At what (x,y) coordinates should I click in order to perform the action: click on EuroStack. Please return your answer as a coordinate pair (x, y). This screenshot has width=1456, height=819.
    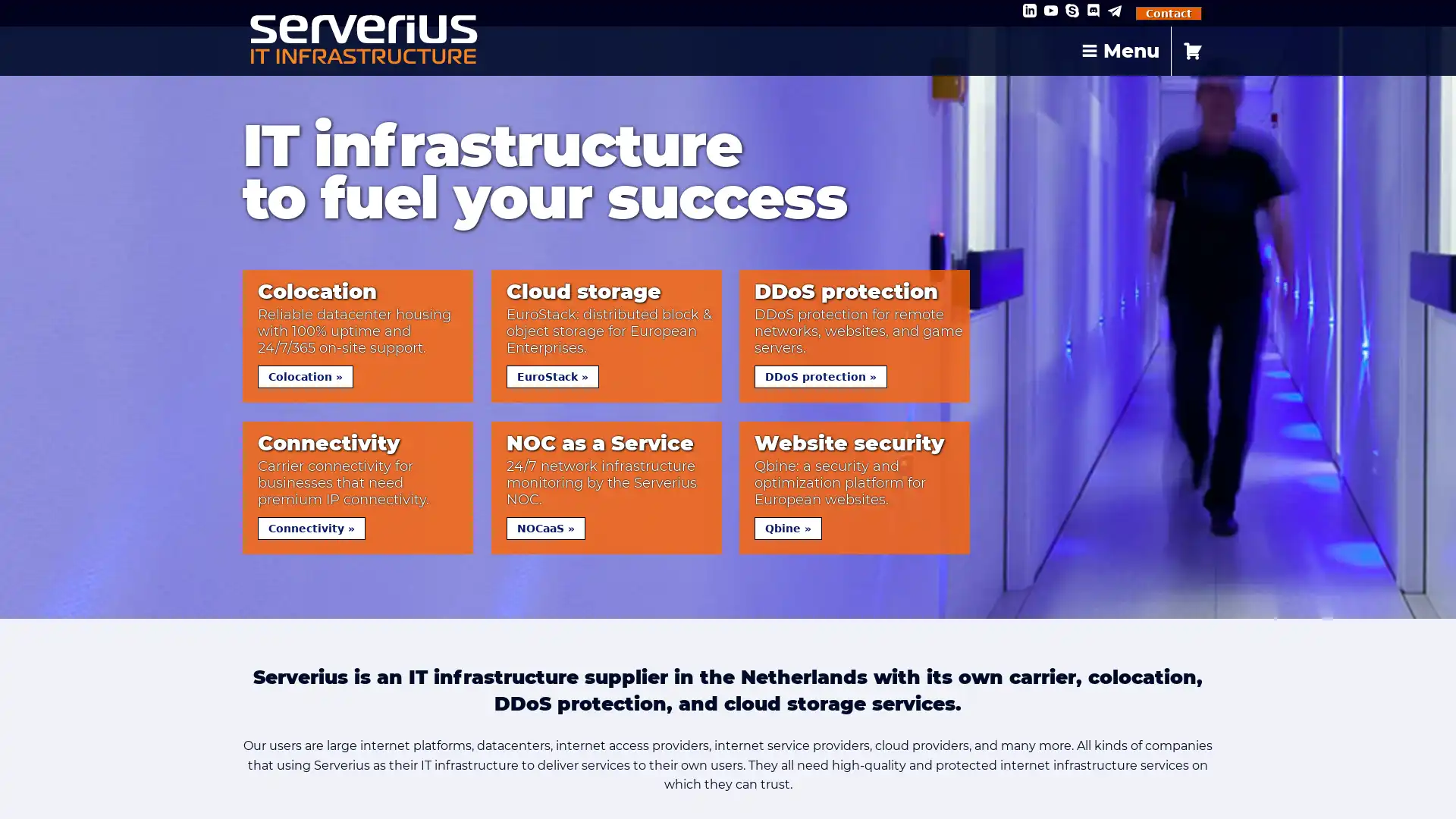
    Looking at the image, I should click on (551, 375).